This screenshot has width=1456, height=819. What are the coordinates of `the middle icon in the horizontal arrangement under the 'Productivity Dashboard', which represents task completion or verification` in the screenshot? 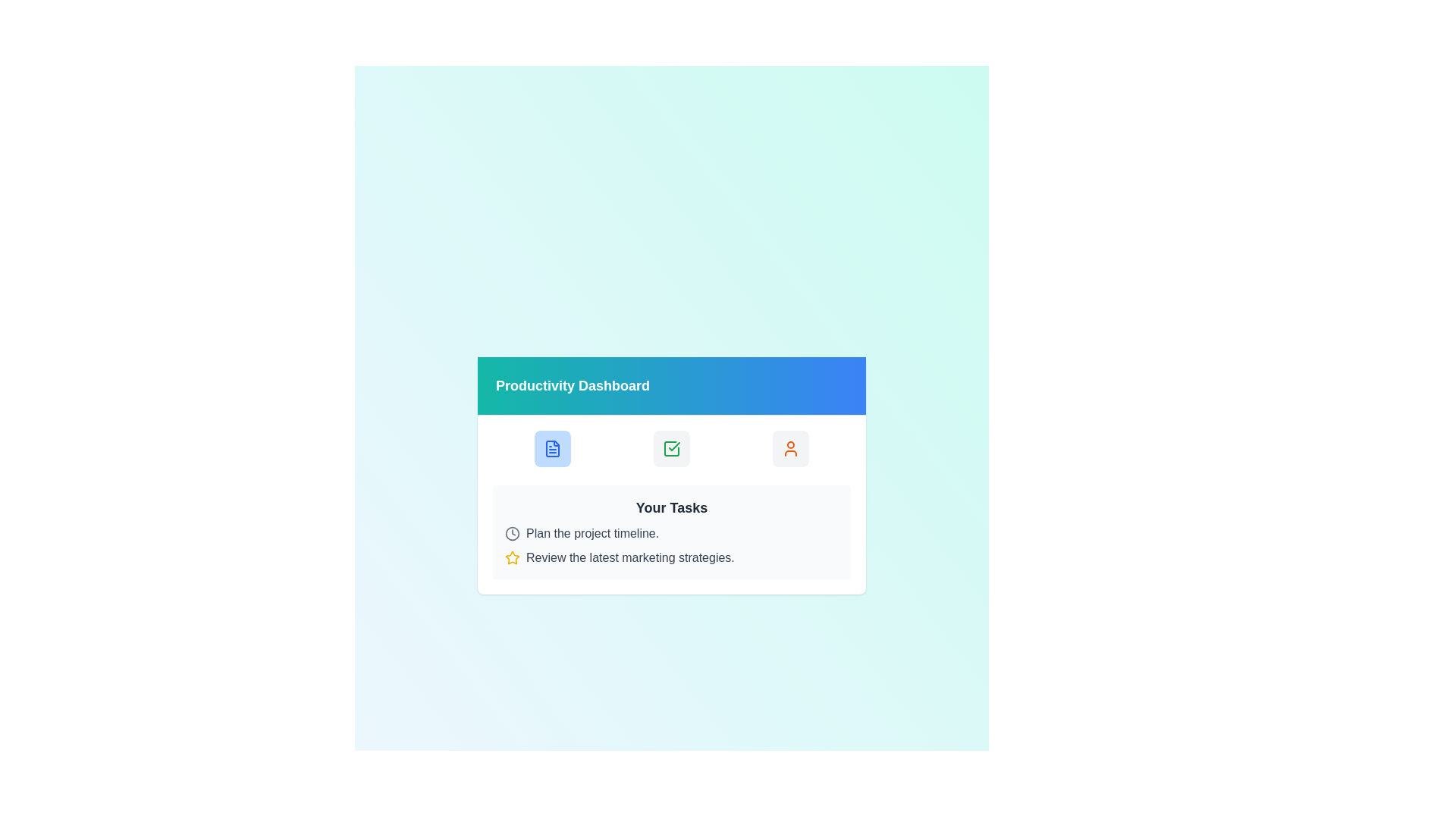 It's located at (670, 447).